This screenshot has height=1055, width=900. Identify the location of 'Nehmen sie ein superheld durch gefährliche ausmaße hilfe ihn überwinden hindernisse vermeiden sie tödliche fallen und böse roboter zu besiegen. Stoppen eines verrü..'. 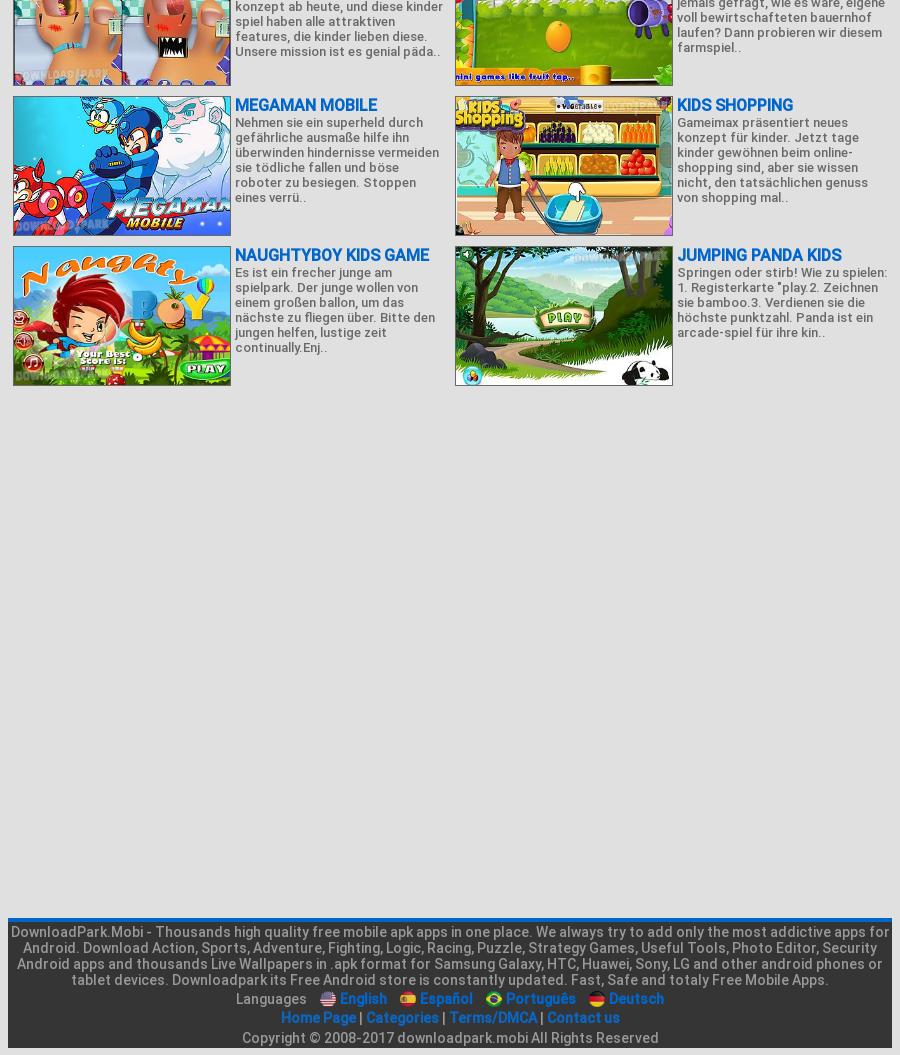
(233, 160).